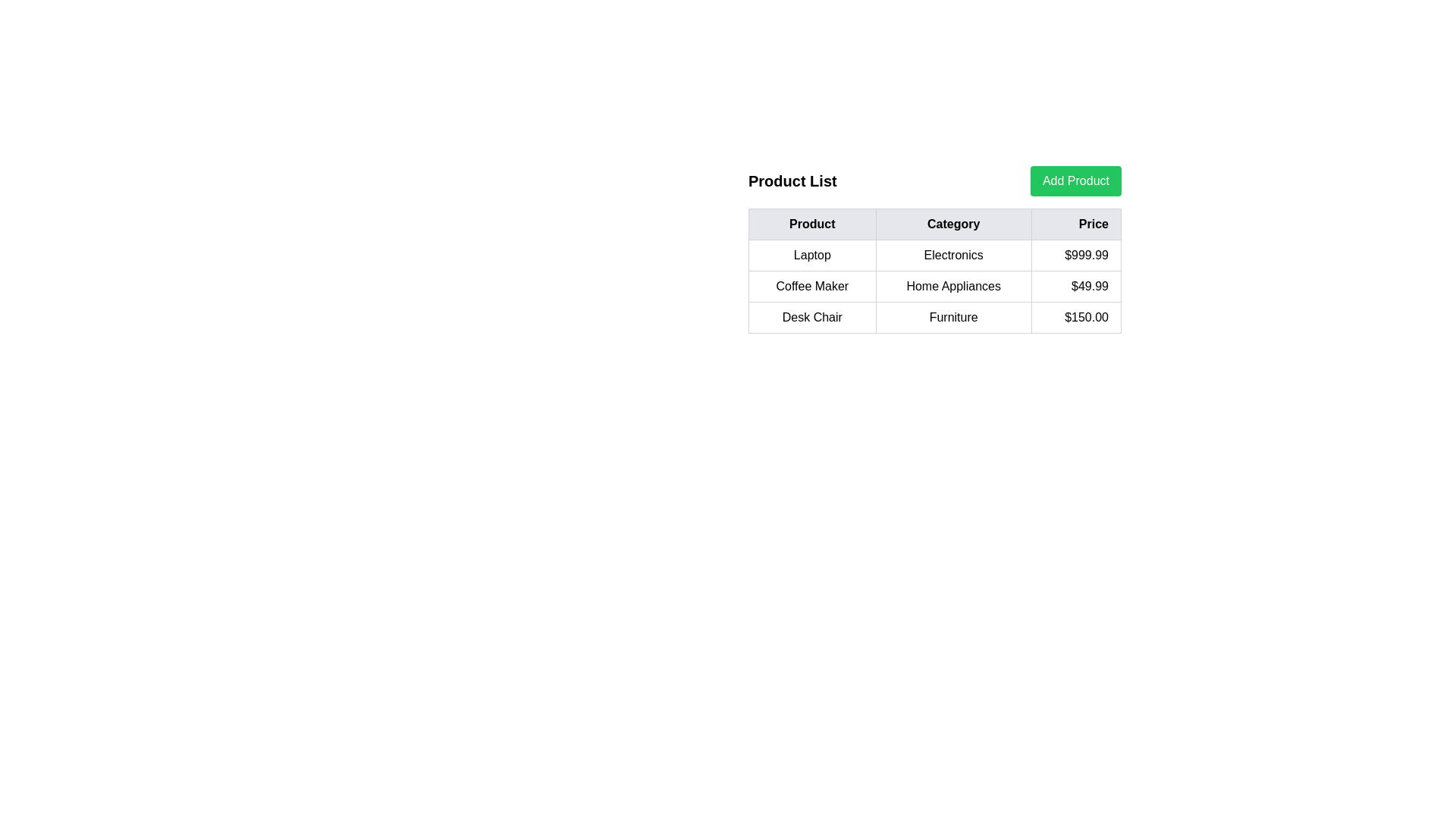 The image size is (1456, 819). What do you see at coordinates (1075, 317) in the screenshot?
I see `price value for the product 'Desk Chair' located in the third row of the table under the 'Price' column` at bounding box center [1075, 317].